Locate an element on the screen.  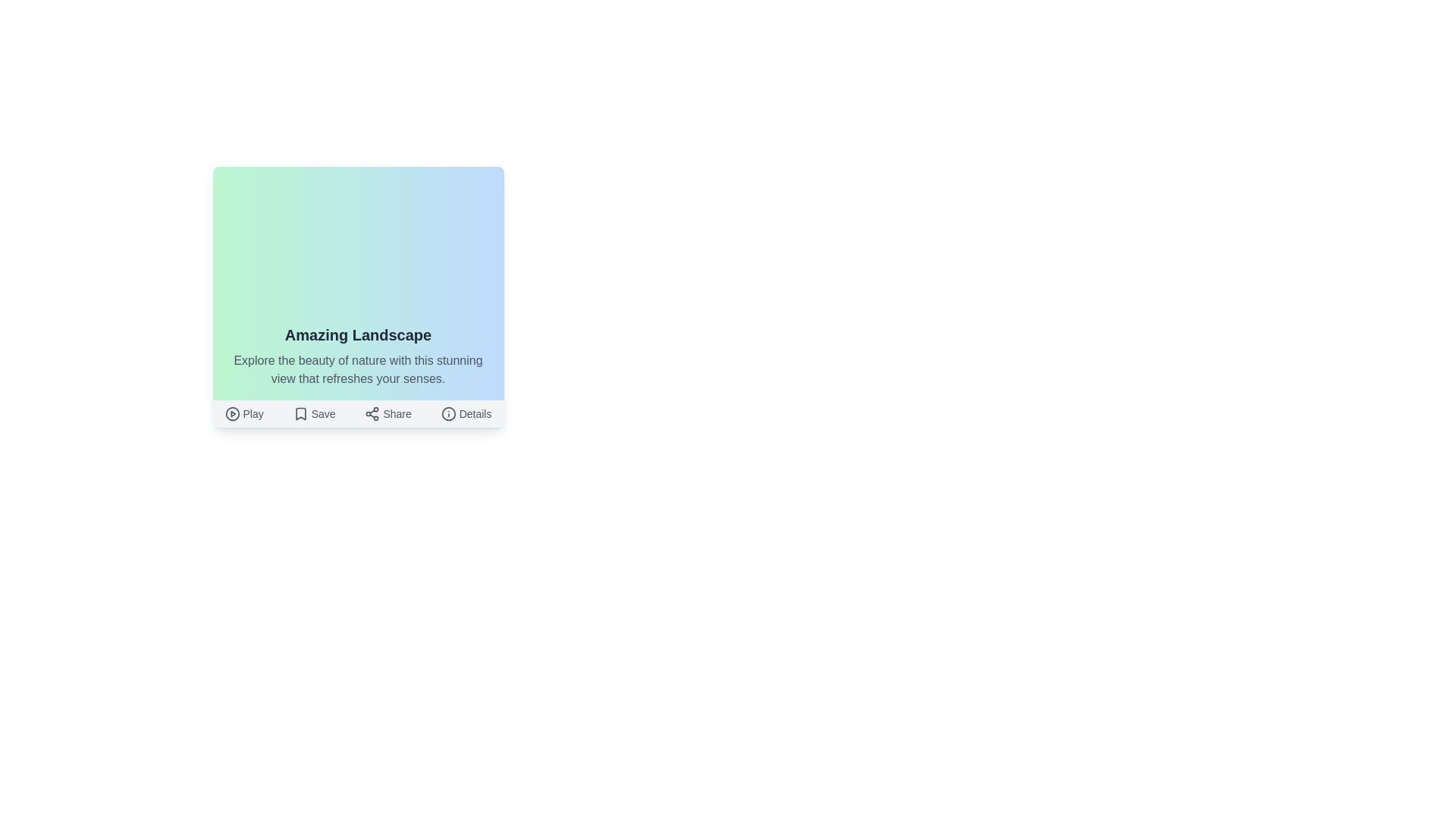
the text block containing the heading 'Amazing Landscape' and the descriptive paragraph about a picturesque scene is located at coordinates (357, 356).